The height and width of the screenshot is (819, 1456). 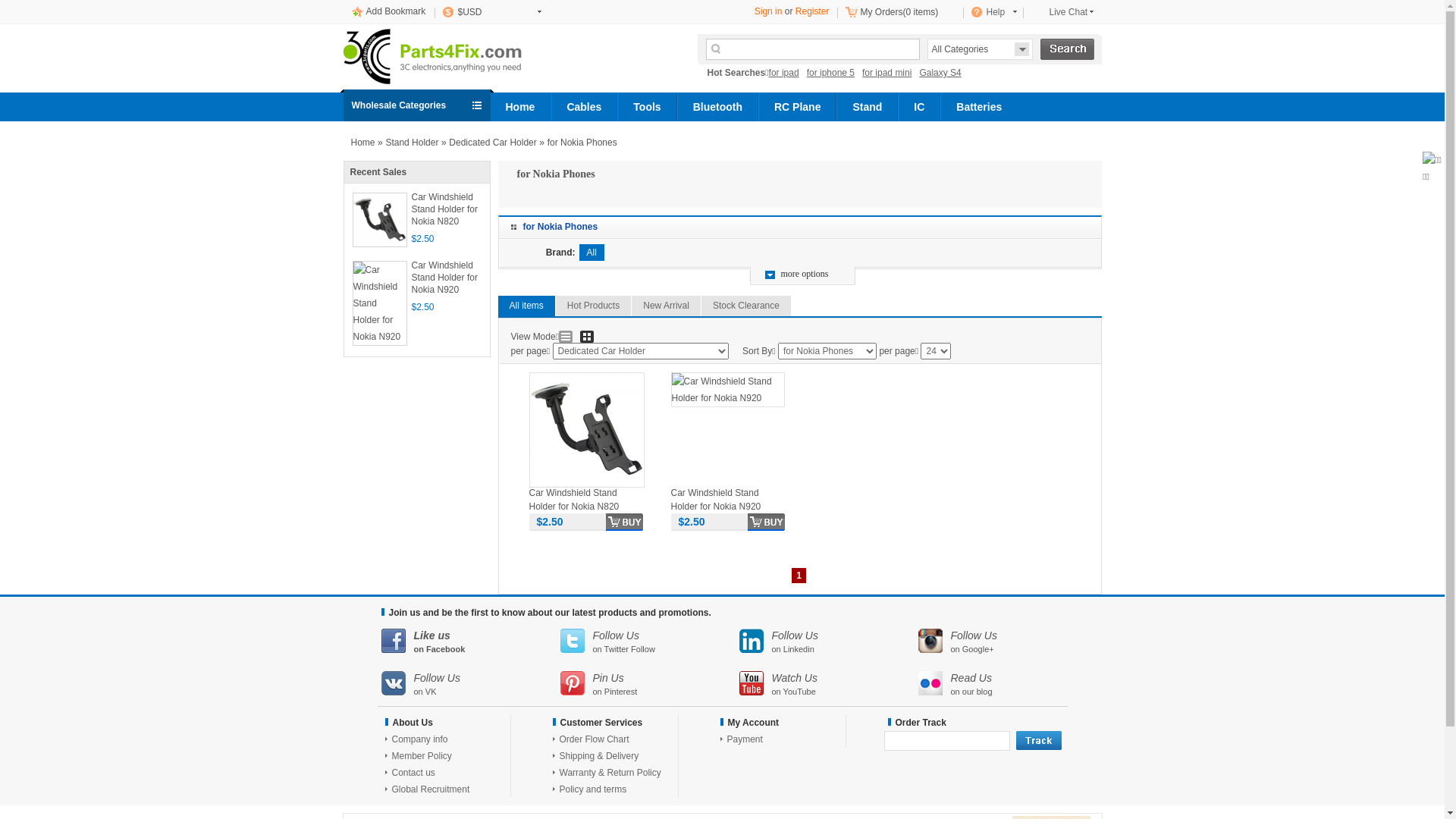 I want to click on 'Follow Us, so click(x=559, y=641).